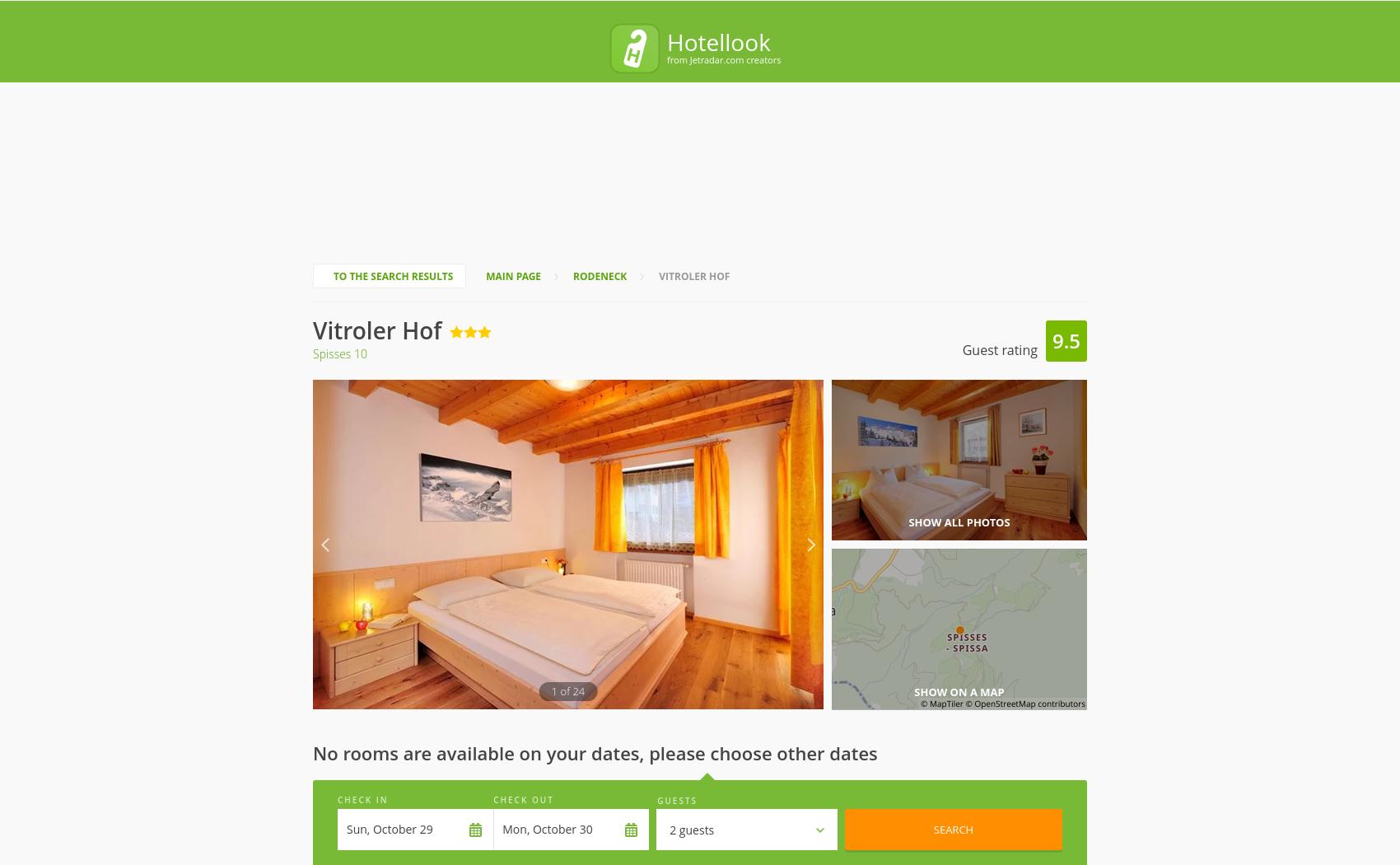  I want to click on 'Hotel', so click(534, 465).